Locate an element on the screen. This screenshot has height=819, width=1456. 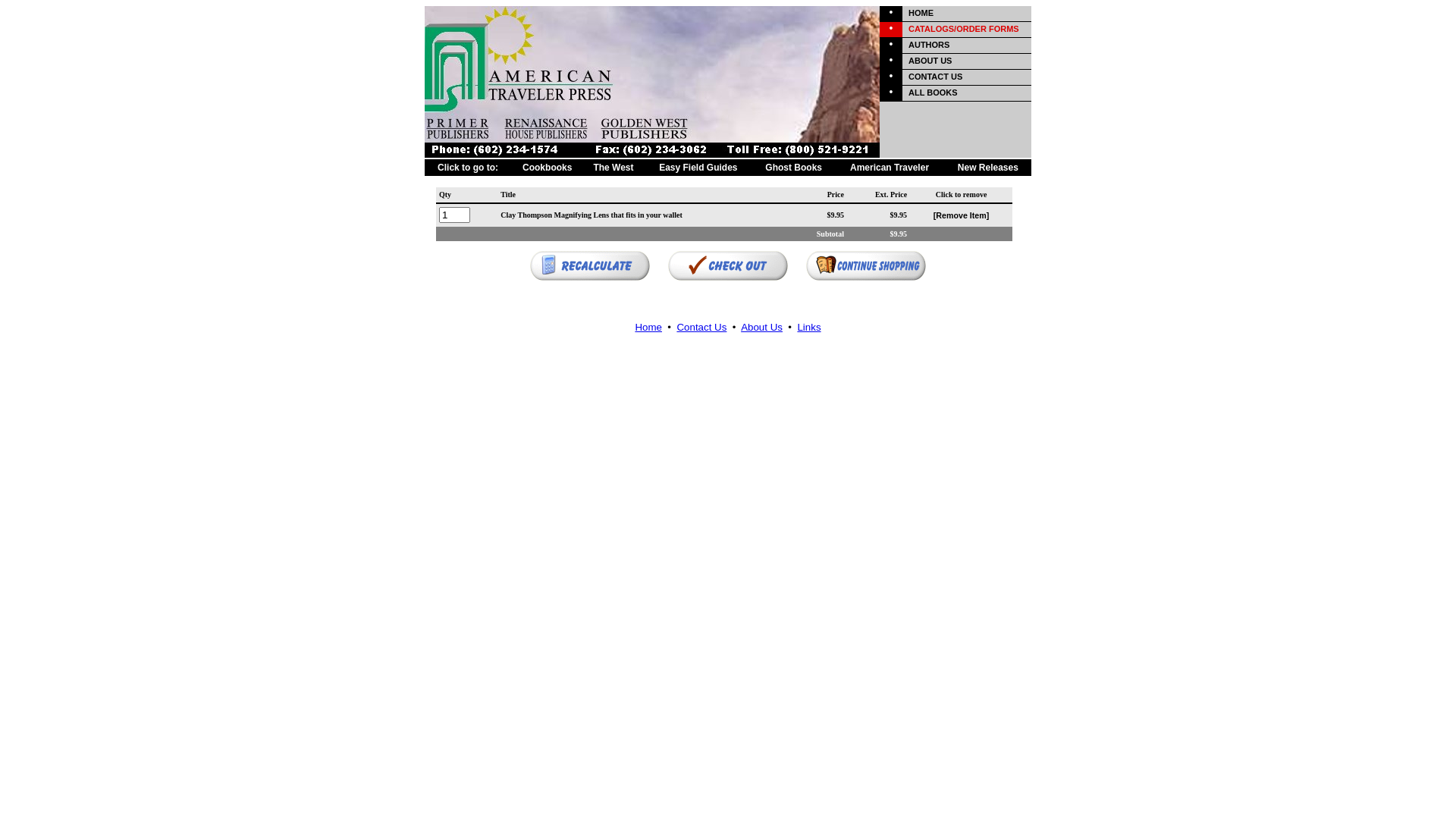
'New Releases' is located at coordinates (987, 167).